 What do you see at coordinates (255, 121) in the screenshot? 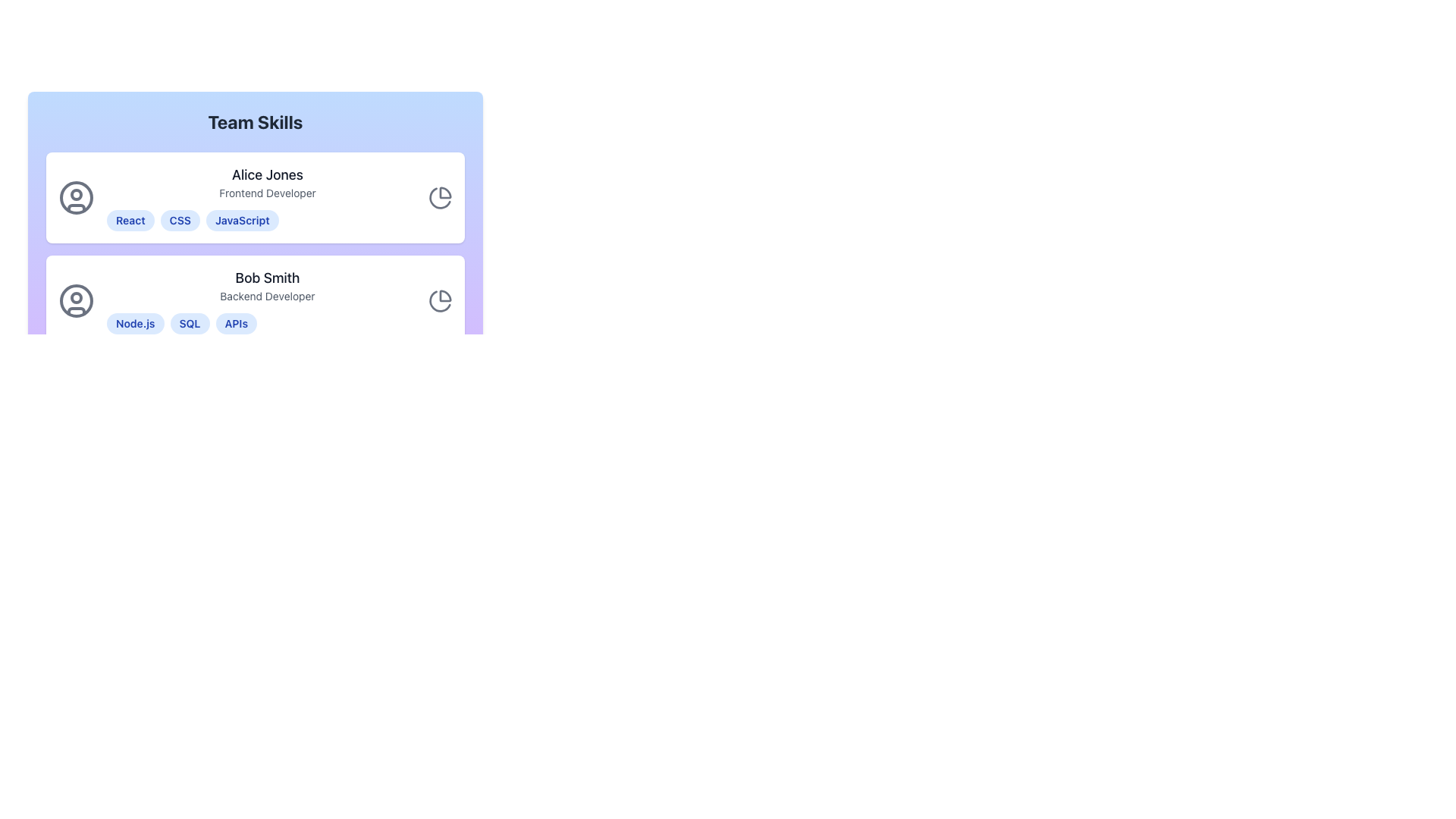
I see `the descriptive header text indicating the topic of the section related to team skills, which is centrally aligned at the top within a gradient-colored rounded box` at bounding box center [255, 121].